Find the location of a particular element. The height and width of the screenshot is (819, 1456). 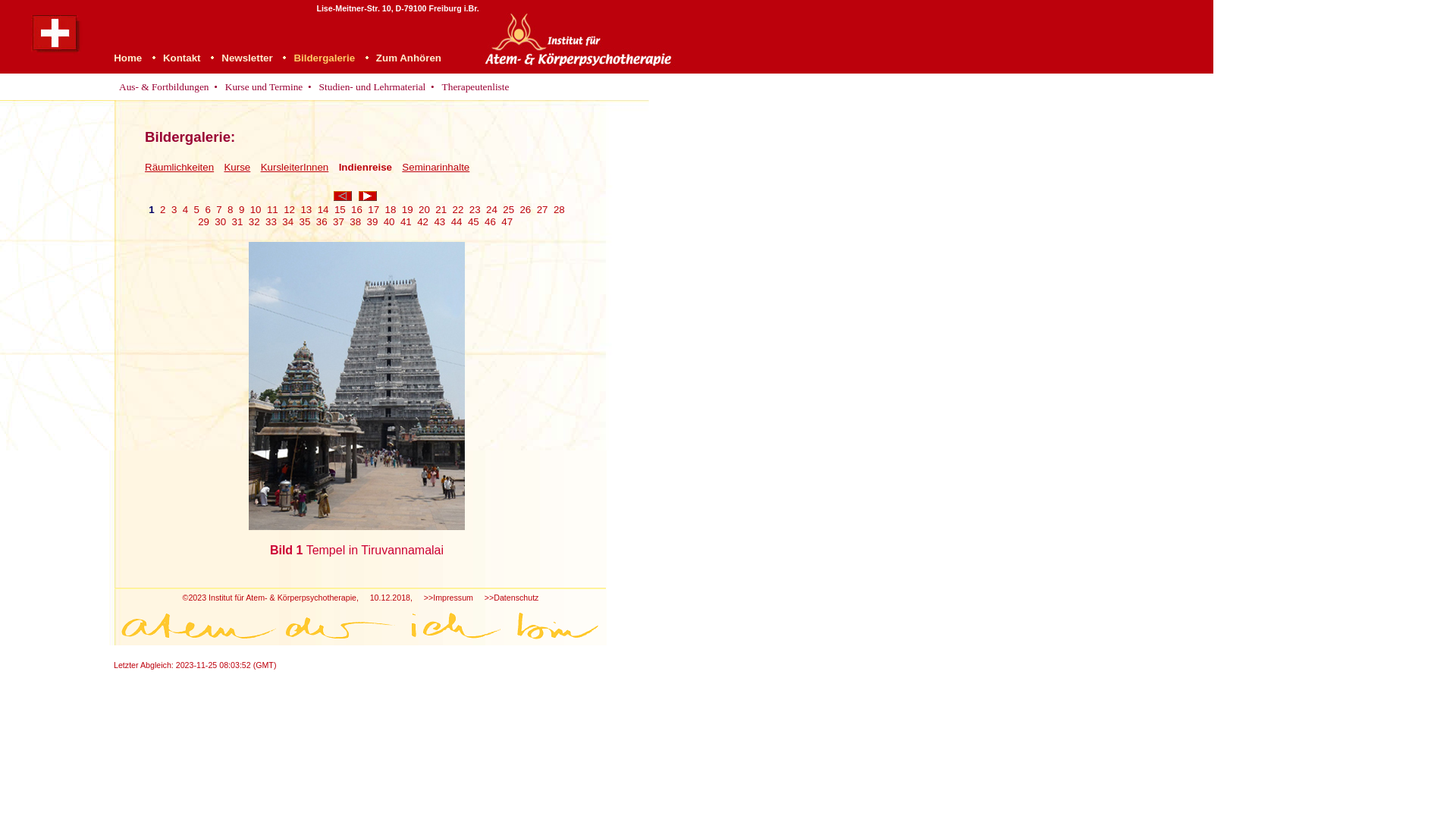

'9' is located at coordinates (240, 209).